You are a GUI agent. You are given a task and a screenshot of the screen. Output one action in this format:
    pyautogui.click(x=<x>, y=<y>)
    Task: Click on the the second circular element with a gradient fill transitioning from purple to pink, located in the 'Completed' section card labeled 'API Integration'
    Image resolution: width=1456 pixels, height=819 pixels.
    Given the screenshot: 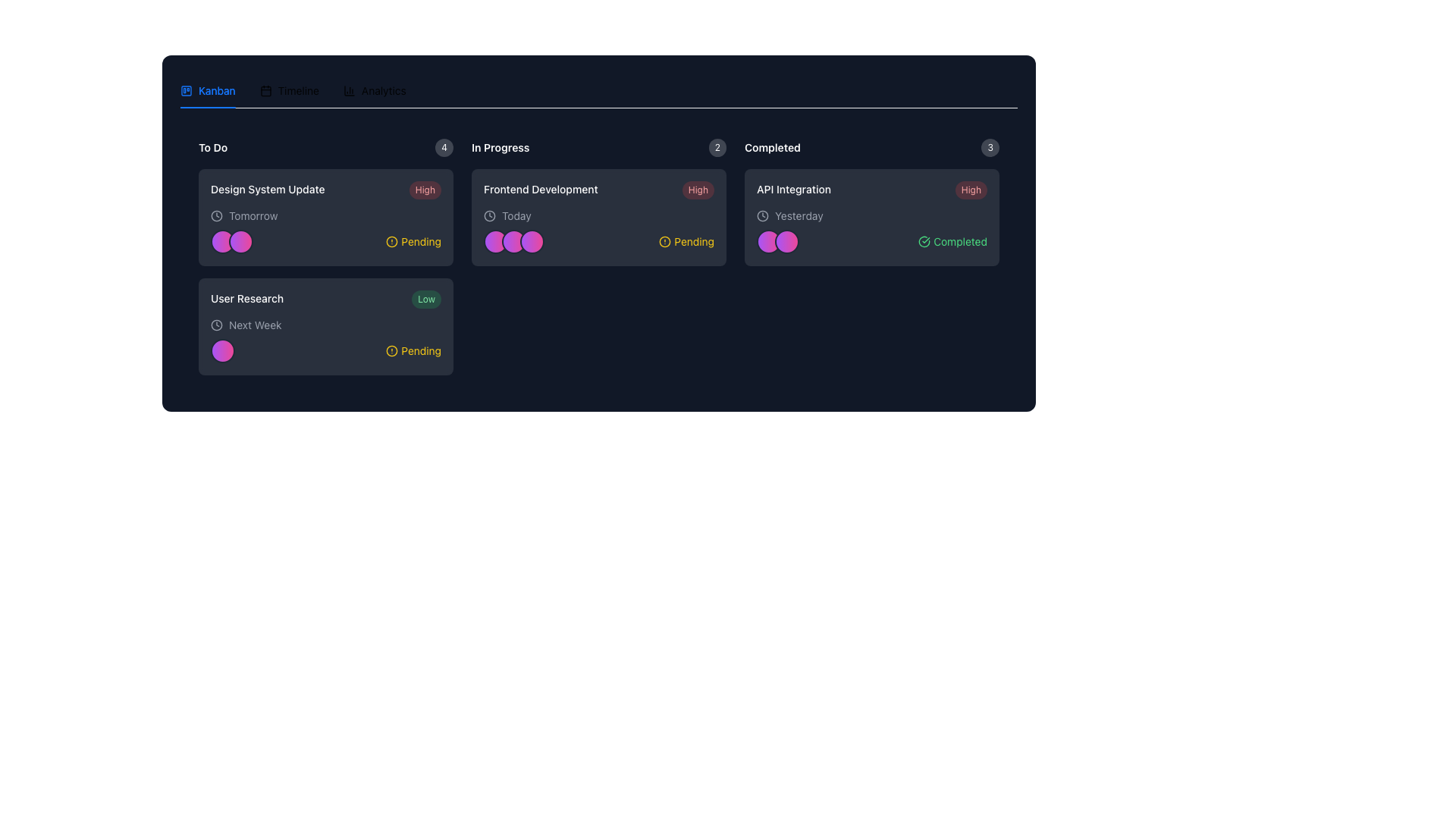 What is the action you would take?
    pyautogui.click(x=786, y=241)
    